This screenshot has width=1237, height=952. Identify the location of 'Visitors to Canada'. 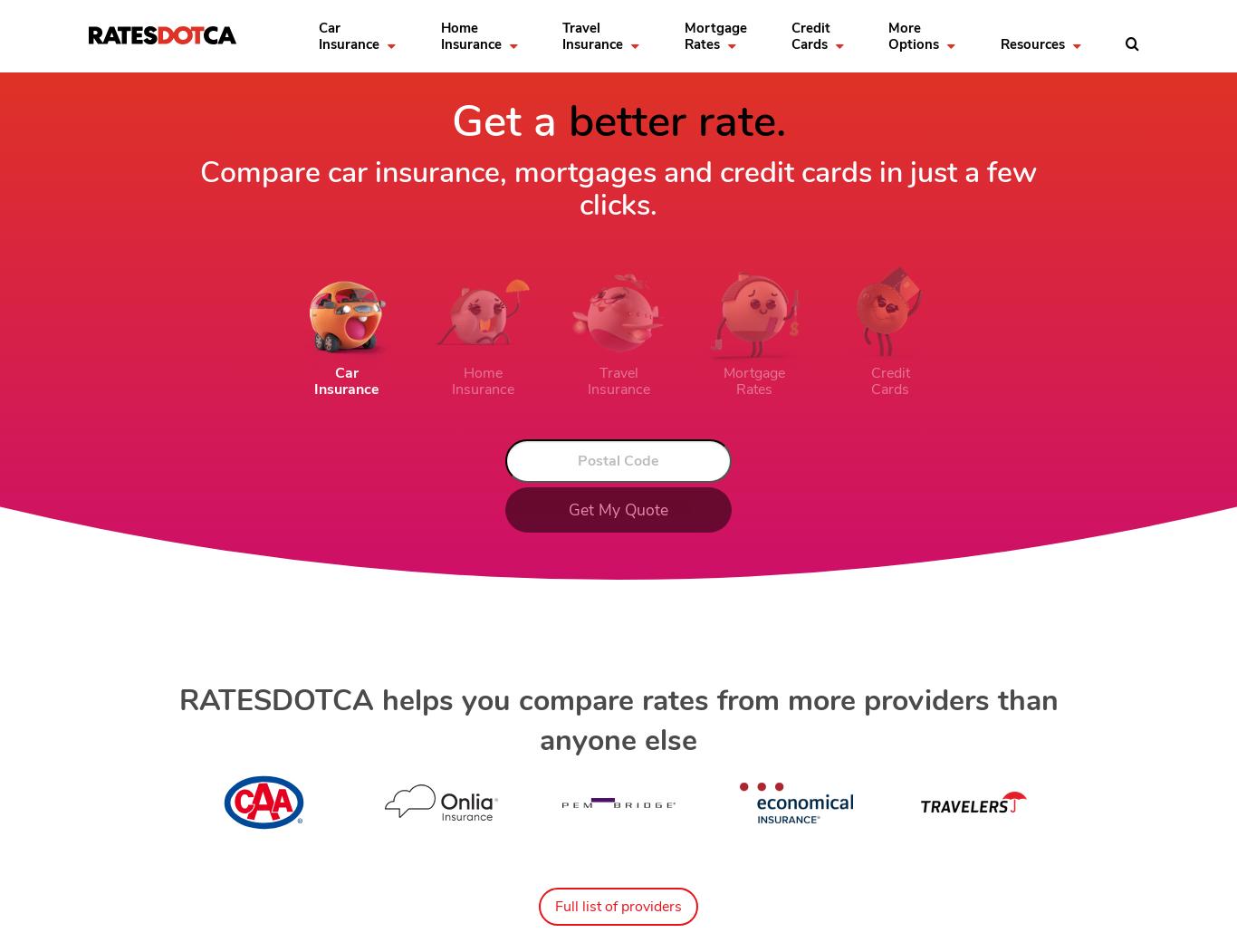
(421, 119).